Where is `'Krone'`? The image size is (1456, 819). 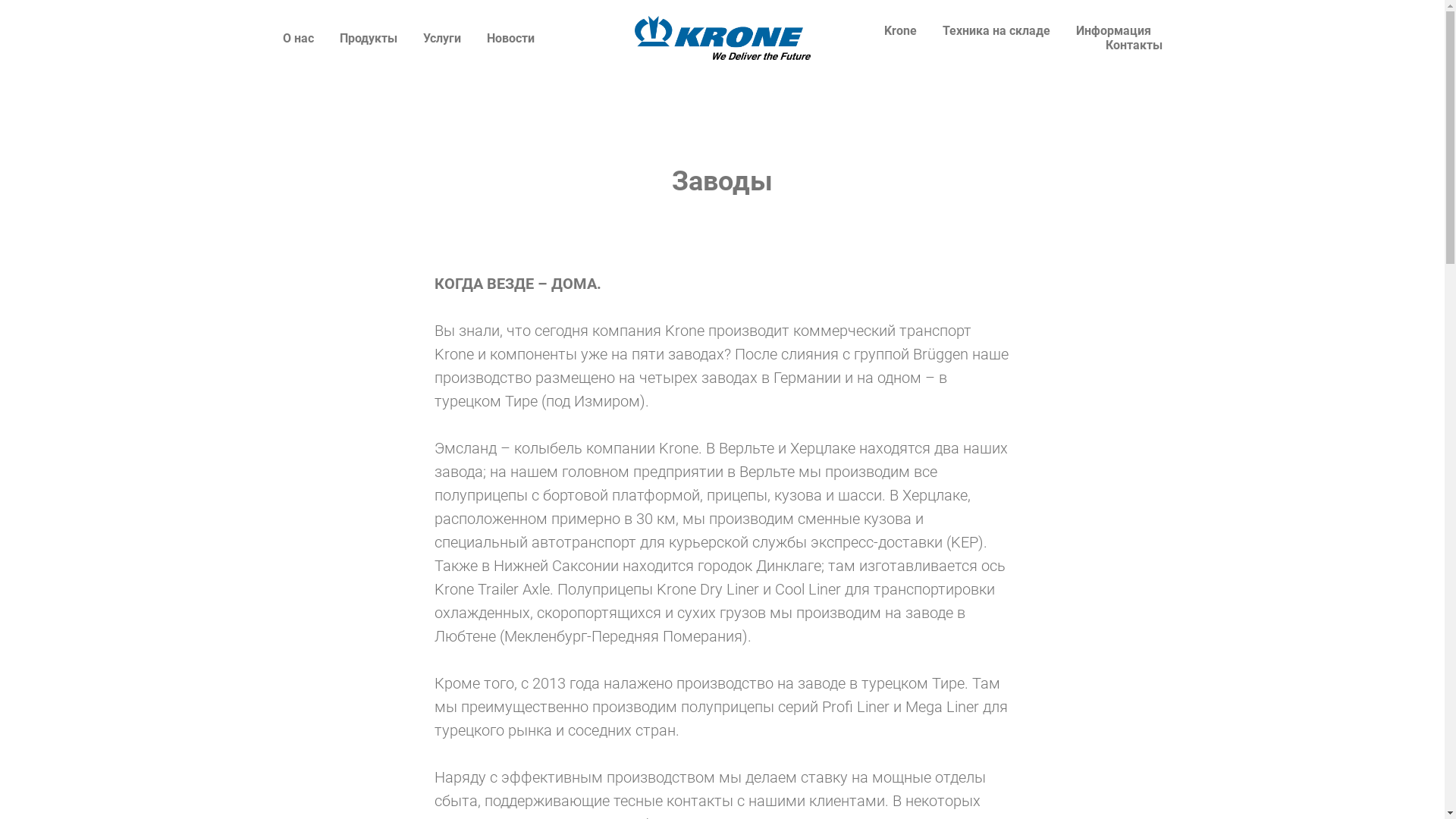 'Krone' is located at coordinates (900, 30).